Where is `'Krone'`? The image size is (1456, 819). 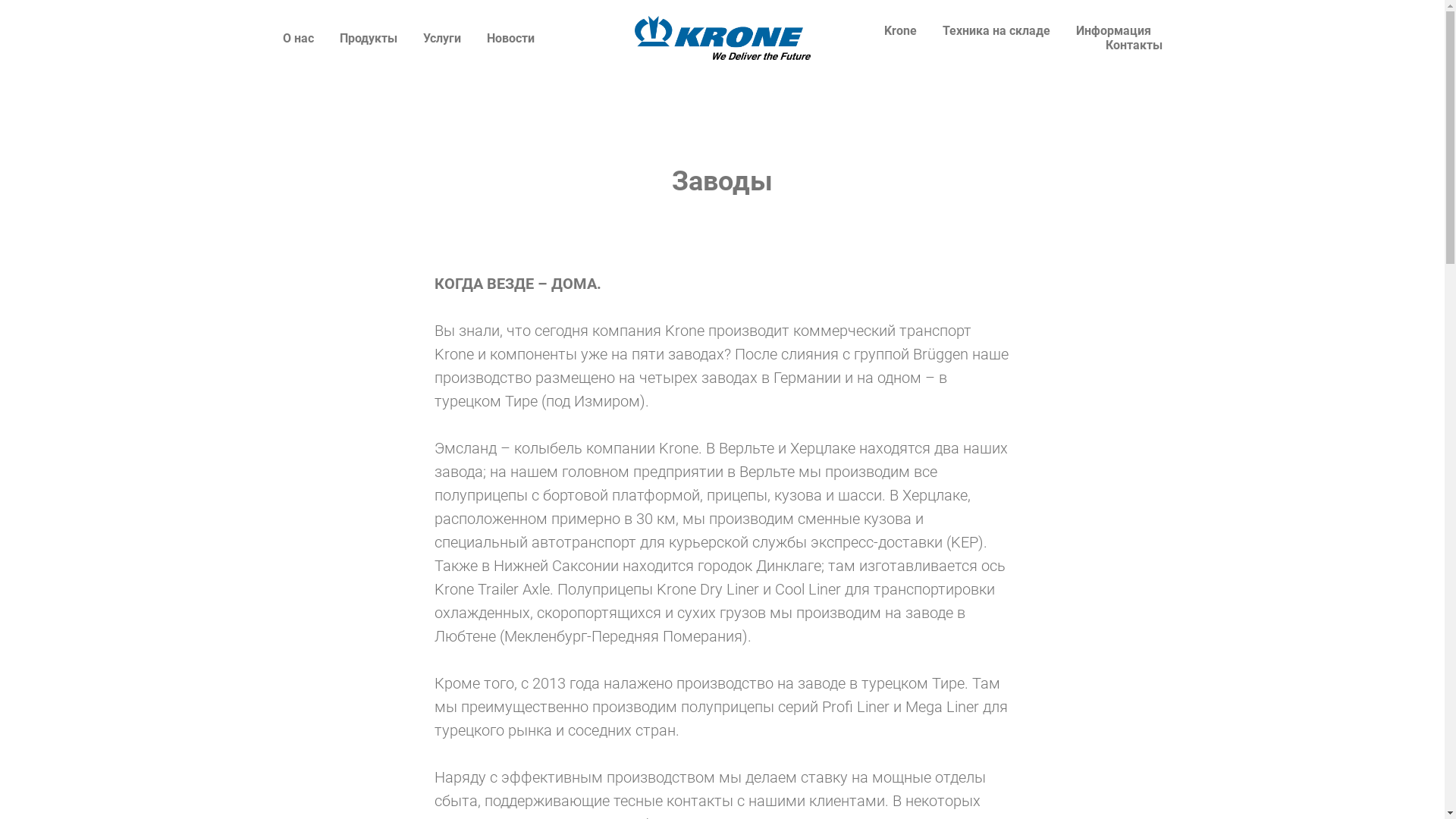 'Krone' is located at coordinates (900, 30).